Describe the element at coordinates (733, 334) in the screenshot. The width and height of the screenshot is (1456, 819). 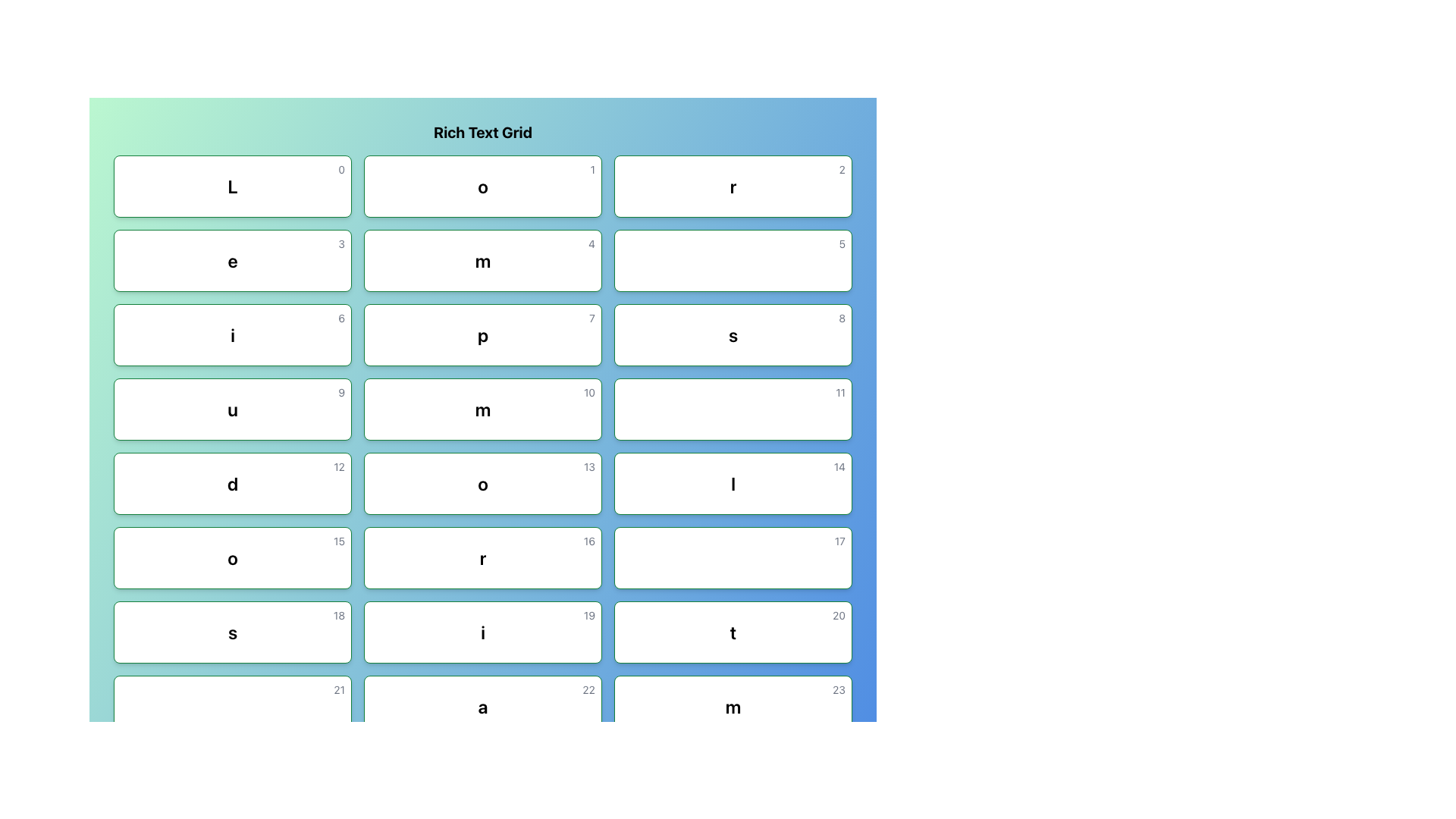
I see `the interactive card with a white background and green border, containing a bold letter 's' and a small number '8' in the top-right corner` at that location.